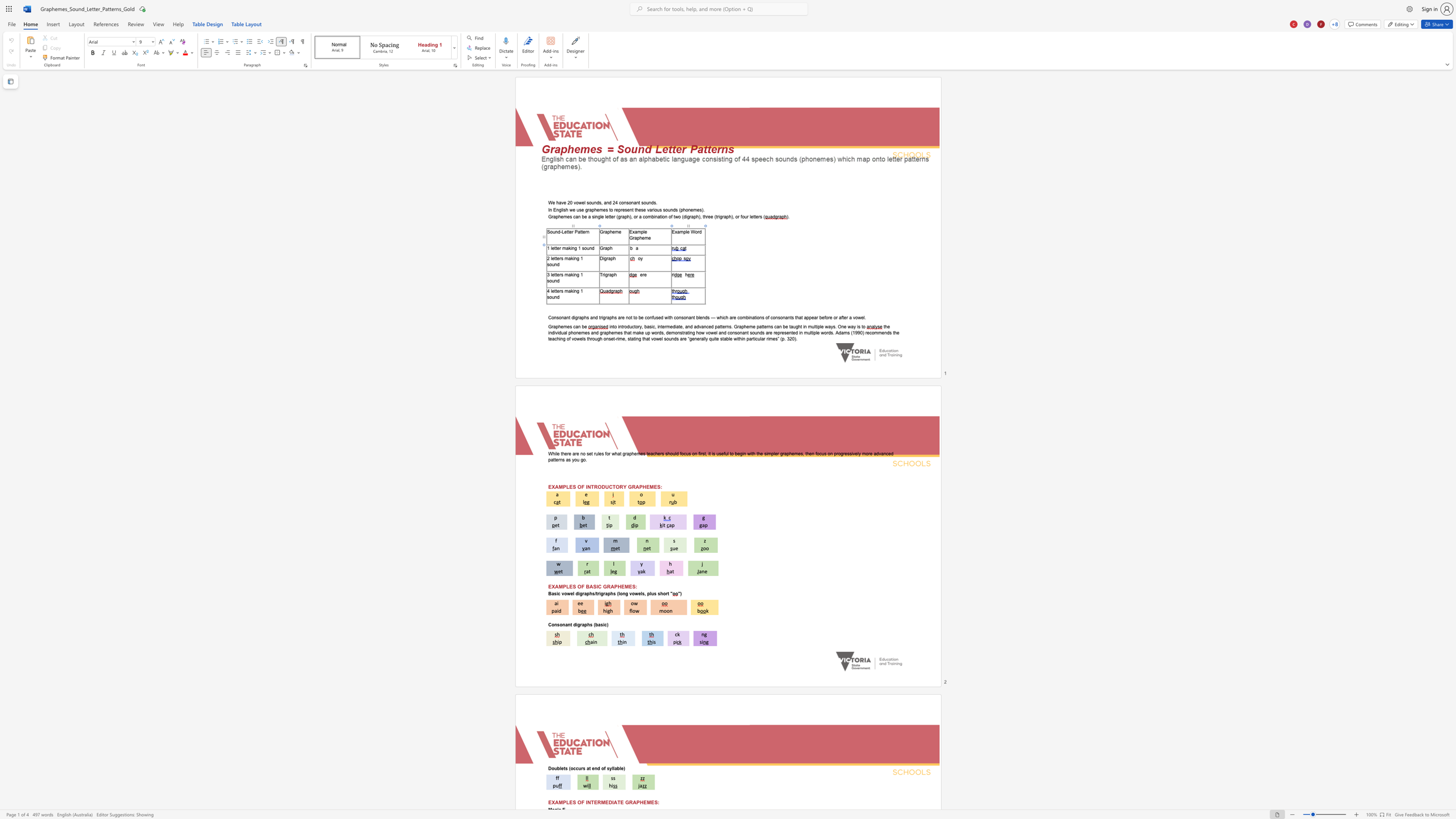 The image size is (1456, 819). I want to click on the space between the continuous character "m" and "a" in the text, so click(565, 248).